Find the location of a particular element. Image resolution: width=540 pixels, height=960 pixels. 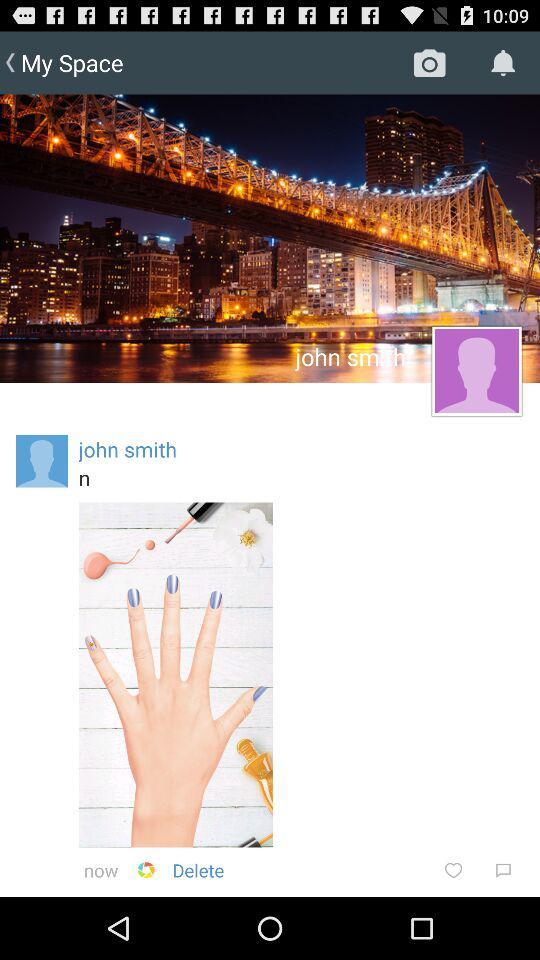

the n icon is located at coordinates (300, 477).